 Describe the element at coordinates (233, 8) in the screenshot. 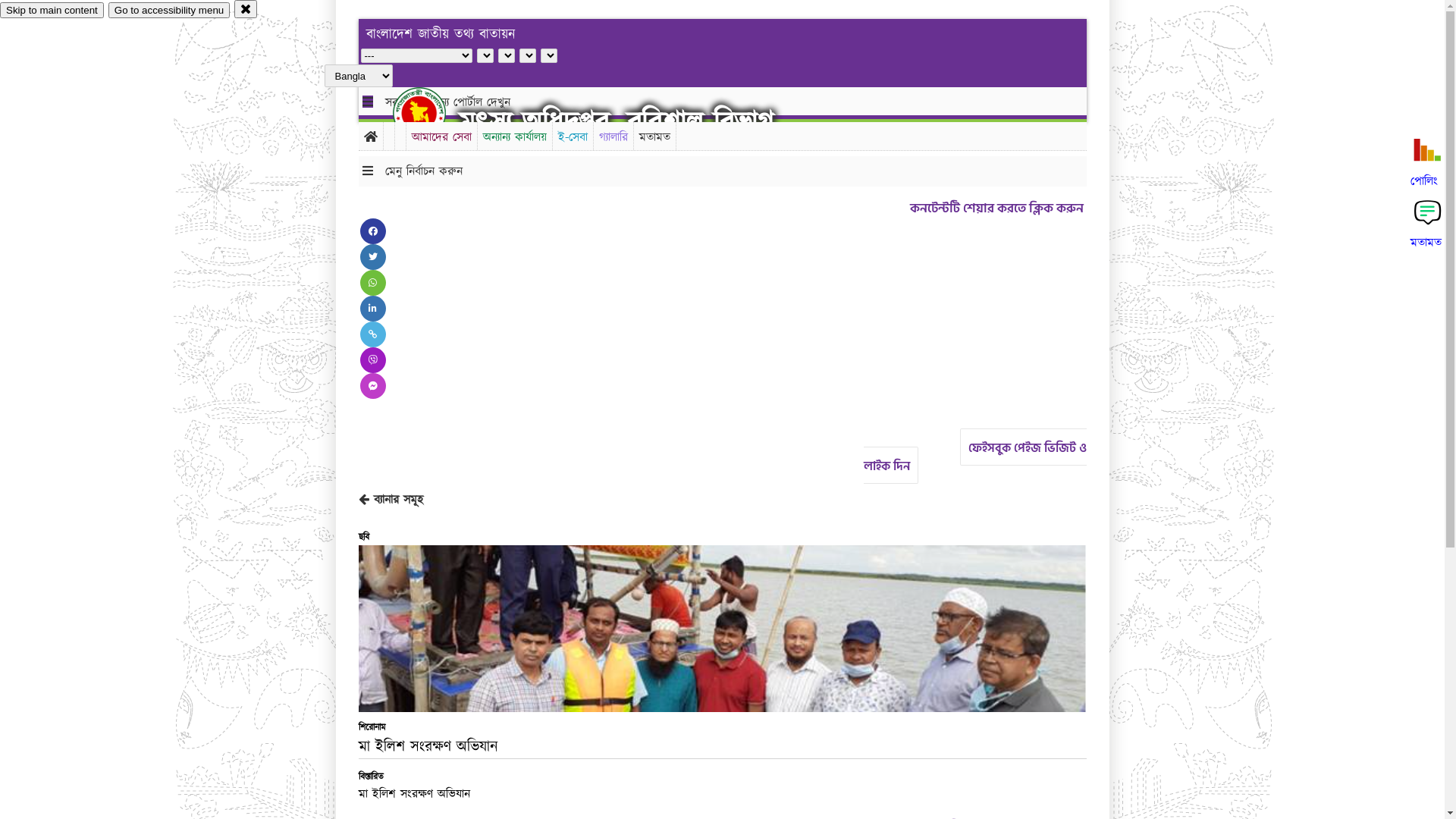

I see `'close'` at that location.